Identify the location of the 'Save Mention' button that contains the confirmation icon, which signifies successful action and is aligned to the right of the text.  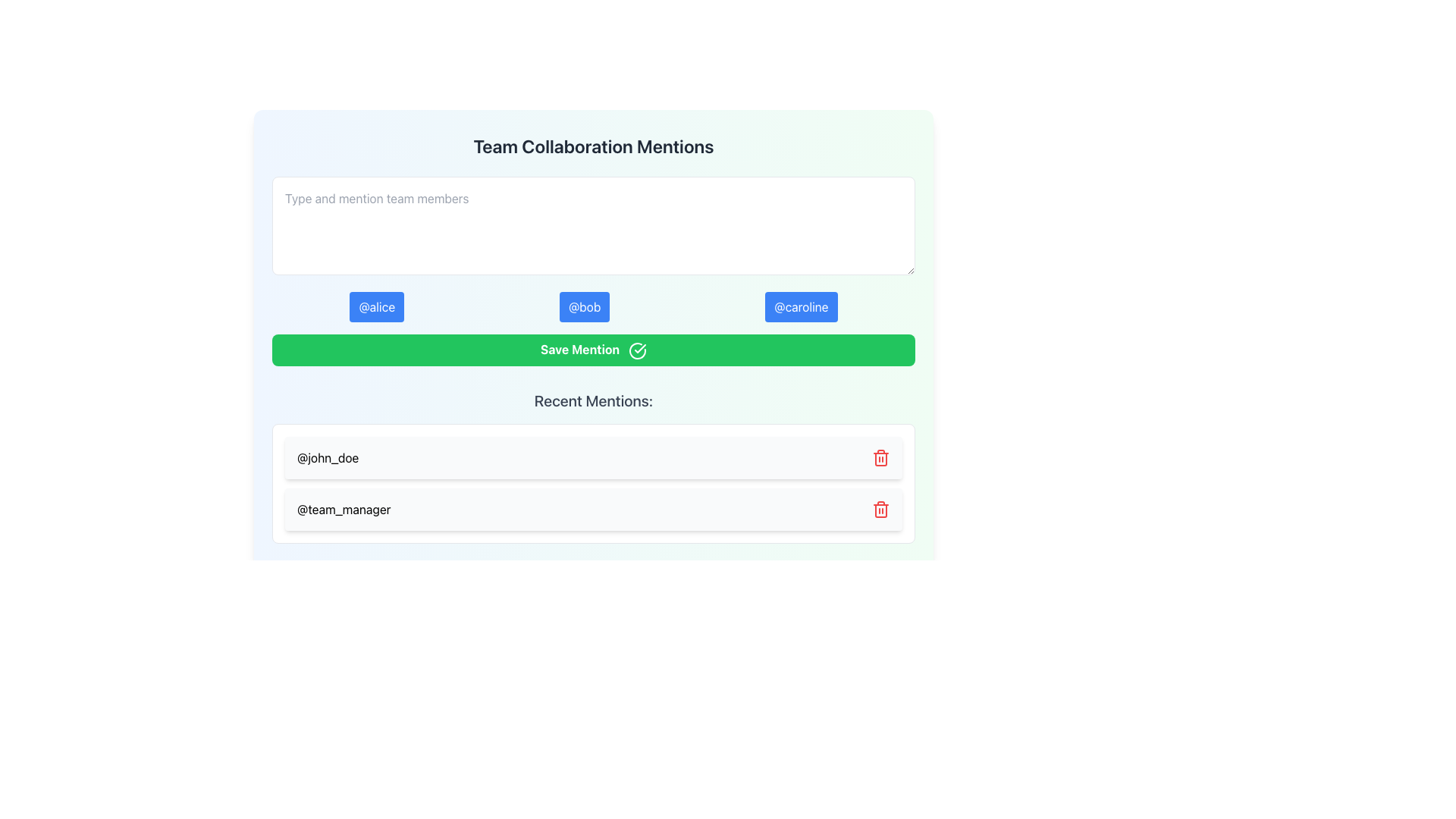
(637, 350).